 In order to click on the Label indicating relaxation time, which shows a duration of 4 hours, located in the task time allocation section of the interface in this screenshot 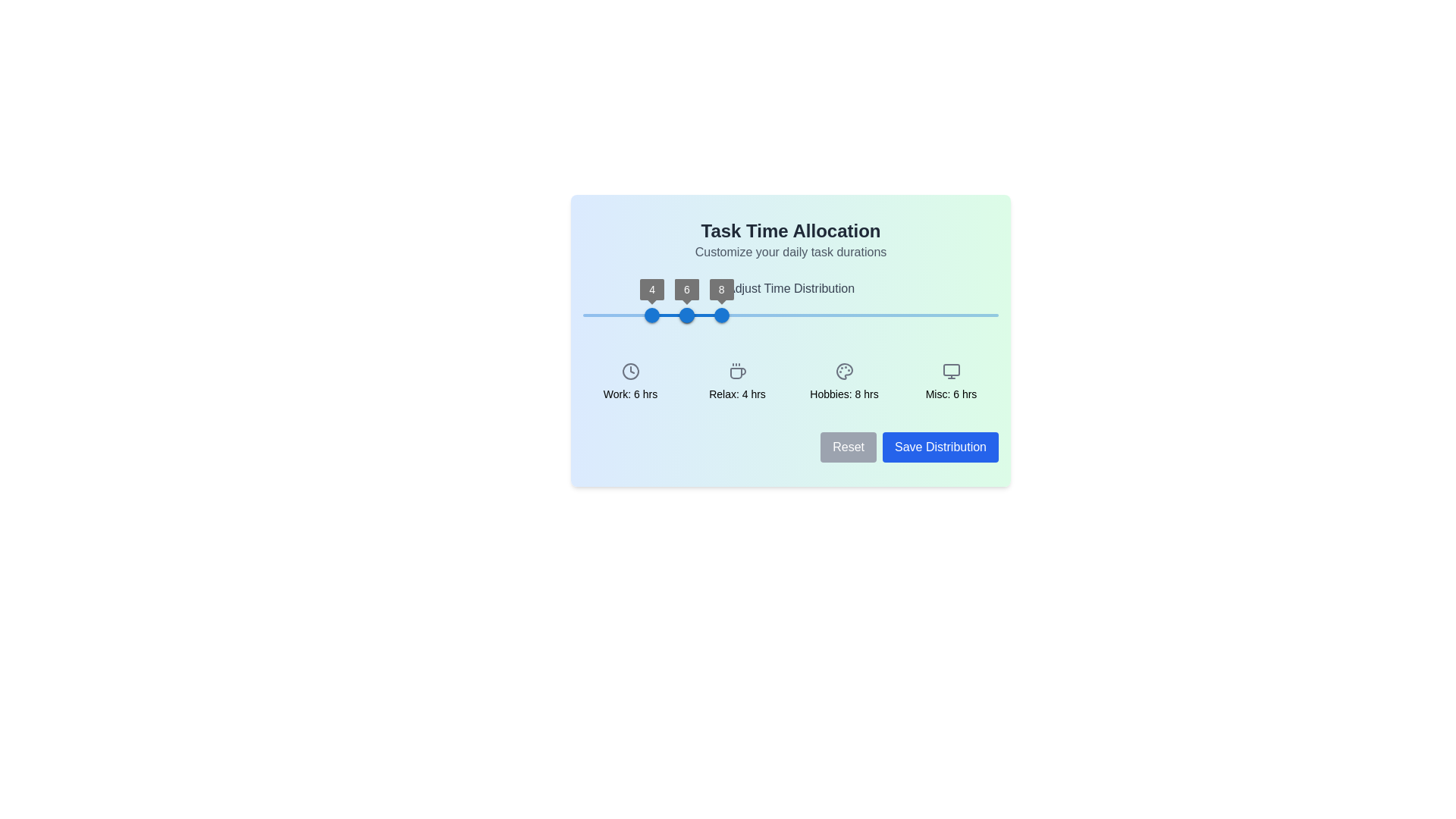, I will do `click(737, 381)`.